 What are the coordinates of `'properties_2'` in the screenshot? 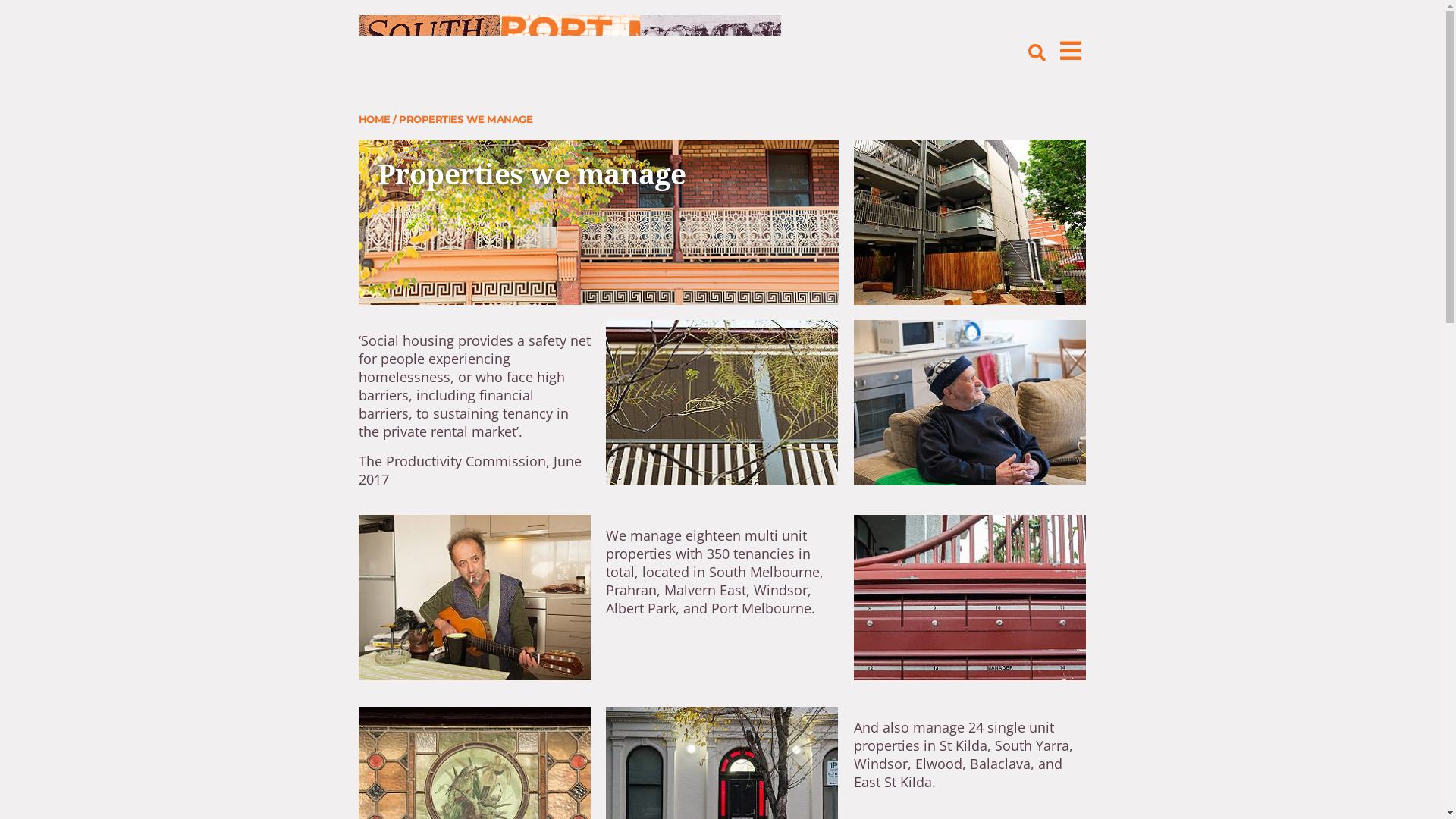 It's located at (968, 222).